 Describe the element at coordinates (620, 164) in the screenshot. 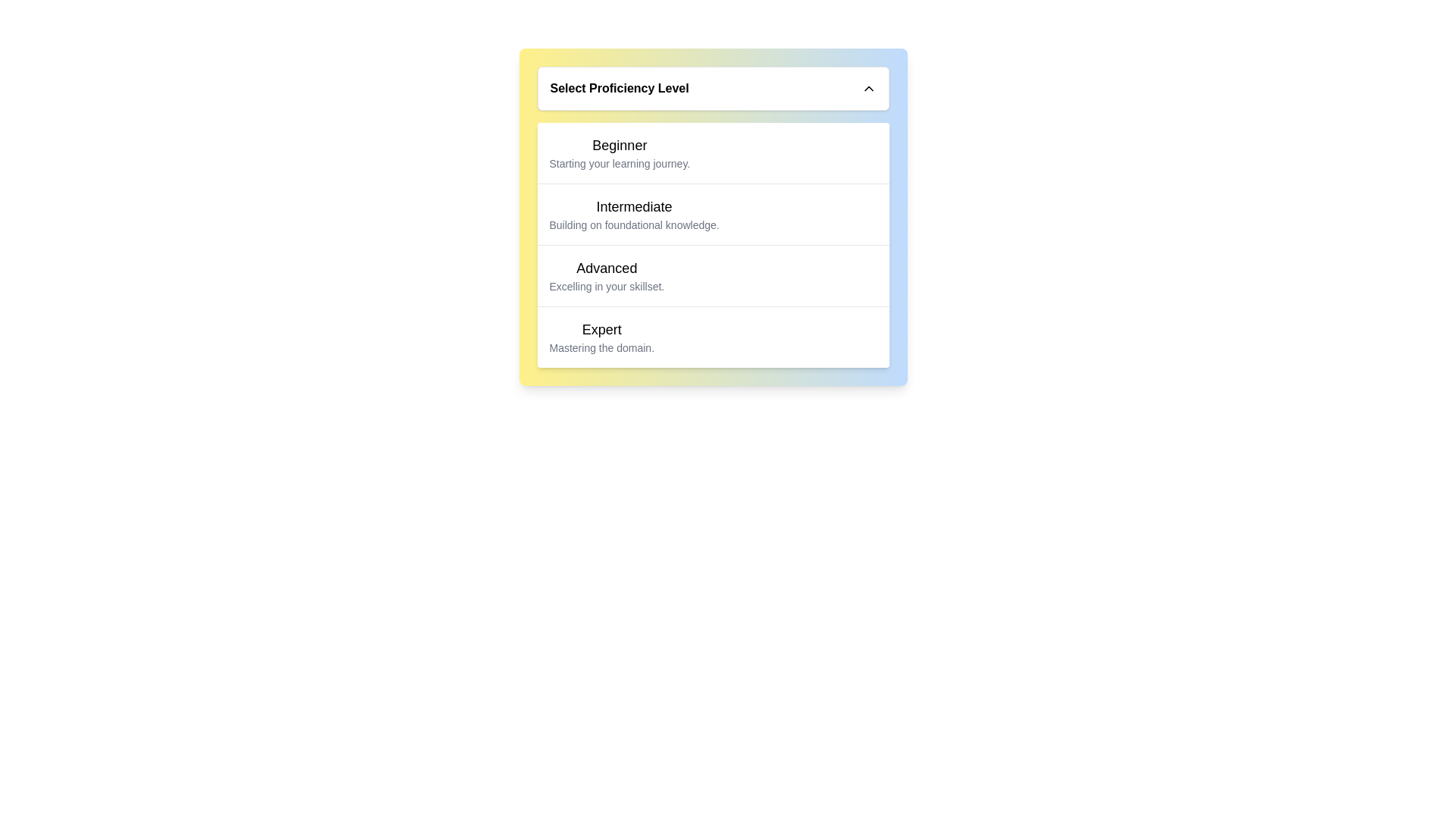

I see `the descriptive Text Label positioned beneath the 'Beginner' proficiency level in the dropdown menu` at that location.